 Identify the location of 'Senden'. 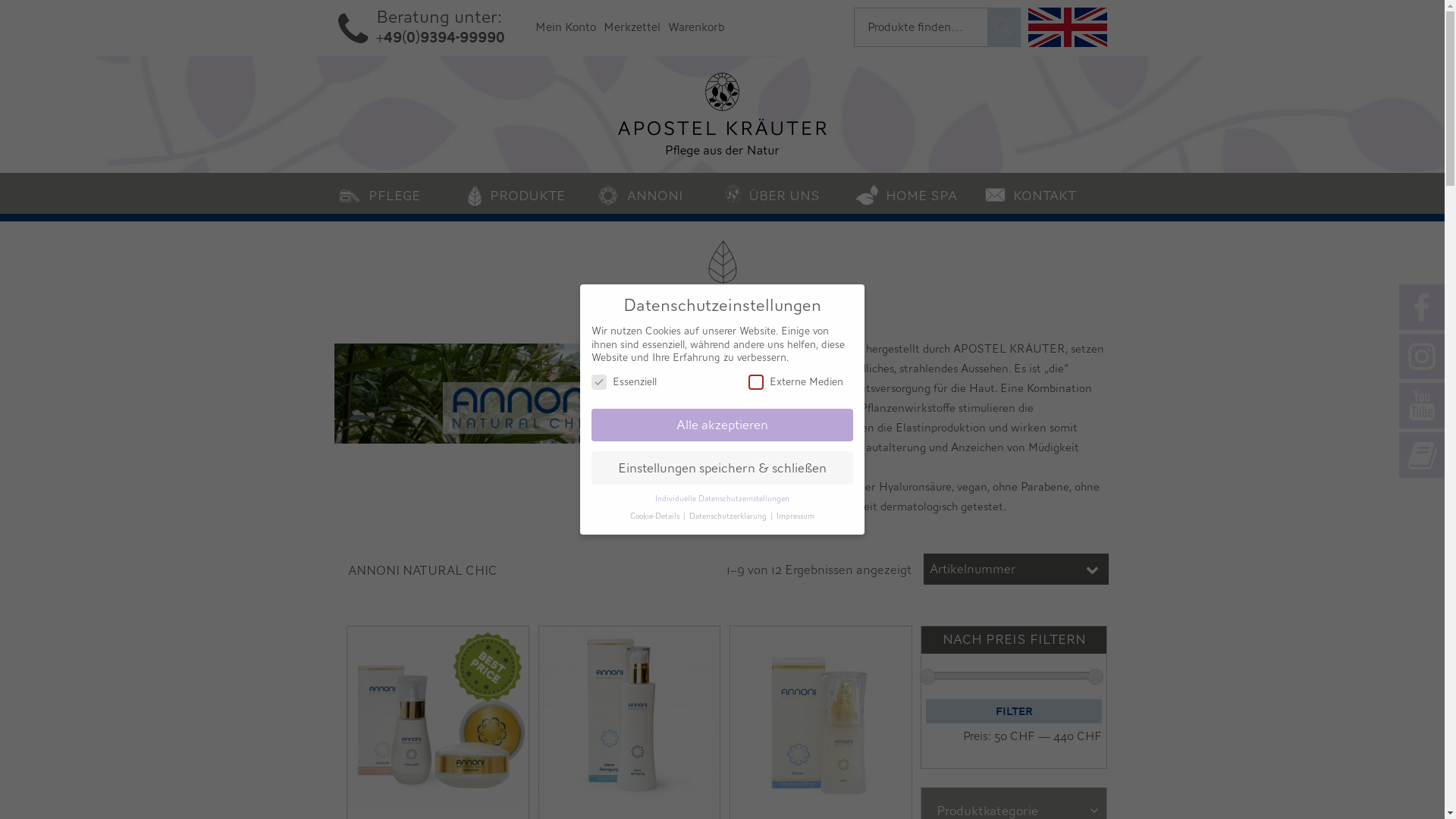
(1004, 27).